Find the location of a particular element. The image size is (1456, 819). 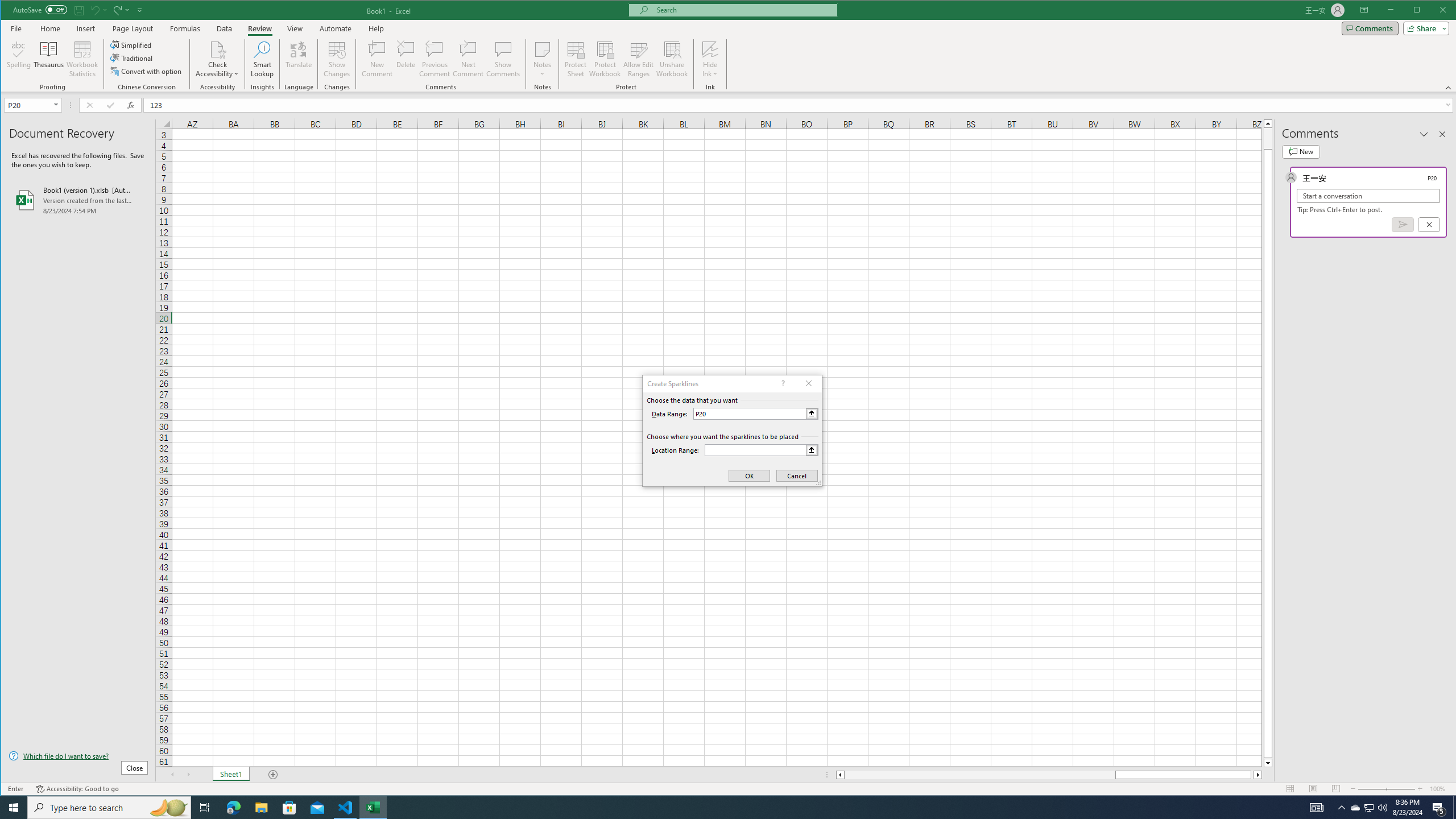

'Delete' is located at coordinates (406, 59).